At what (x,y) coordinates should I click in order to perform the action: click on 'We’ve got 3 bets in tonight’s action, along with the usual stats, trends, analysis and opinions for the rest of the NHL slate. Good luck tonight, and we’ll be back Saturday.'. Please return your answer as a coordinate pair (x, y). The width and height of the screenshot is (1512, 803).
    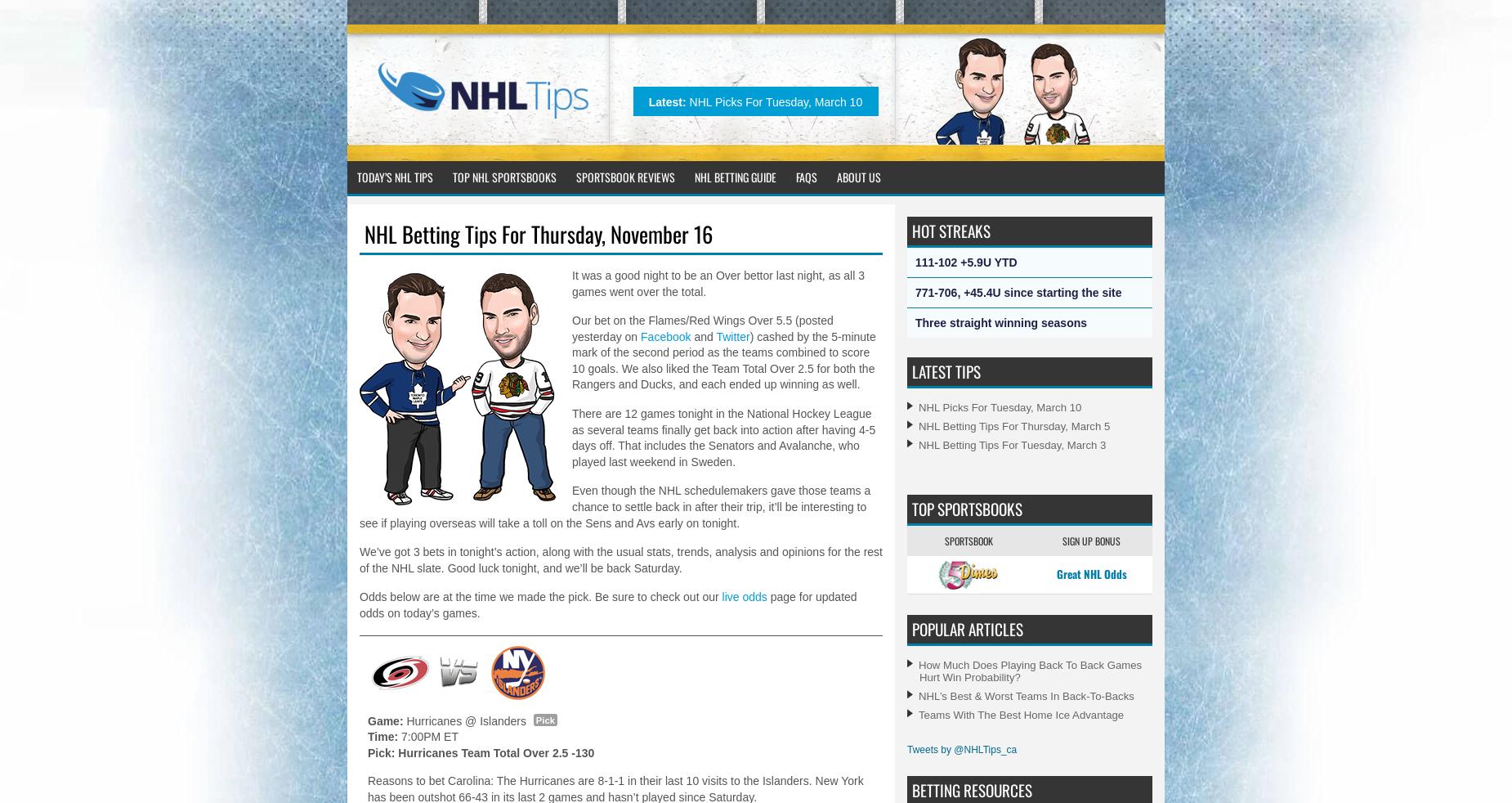
    Looking at the image, I should click on (358, 559).